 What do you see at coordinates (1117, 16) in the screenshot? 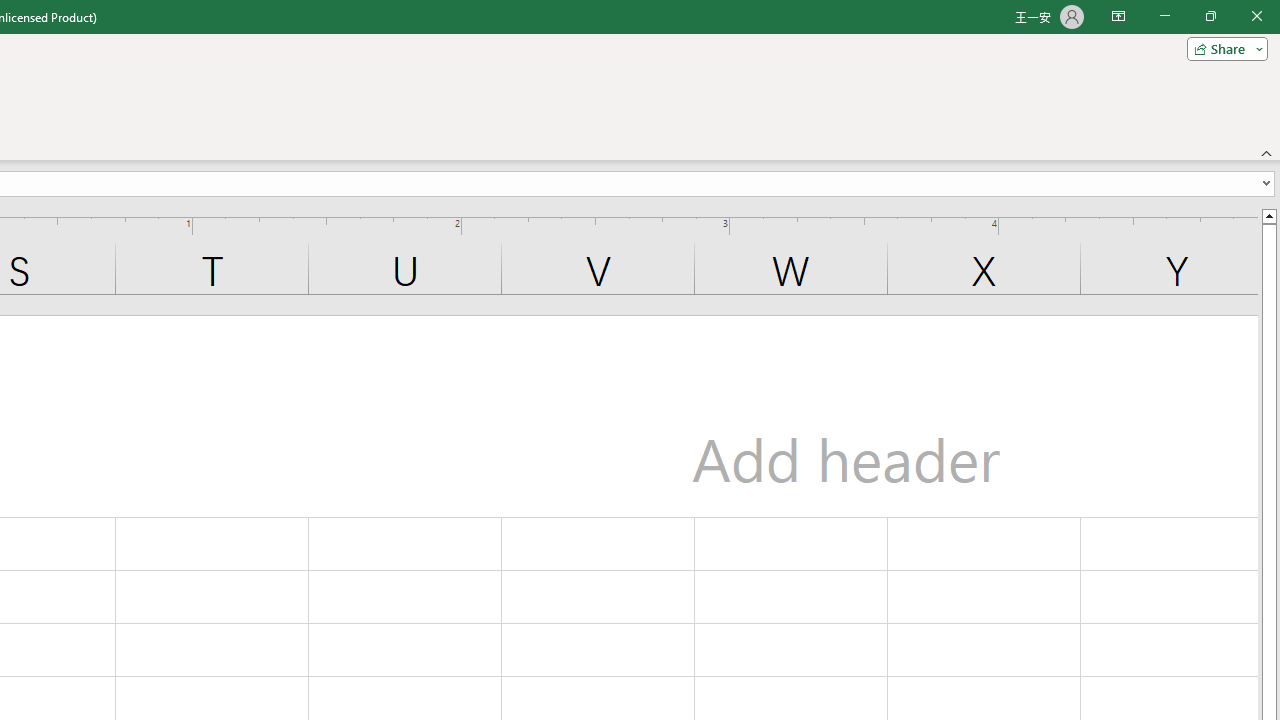
I see `'Ribbon Display Options'` at bounding box center [1117, 16].